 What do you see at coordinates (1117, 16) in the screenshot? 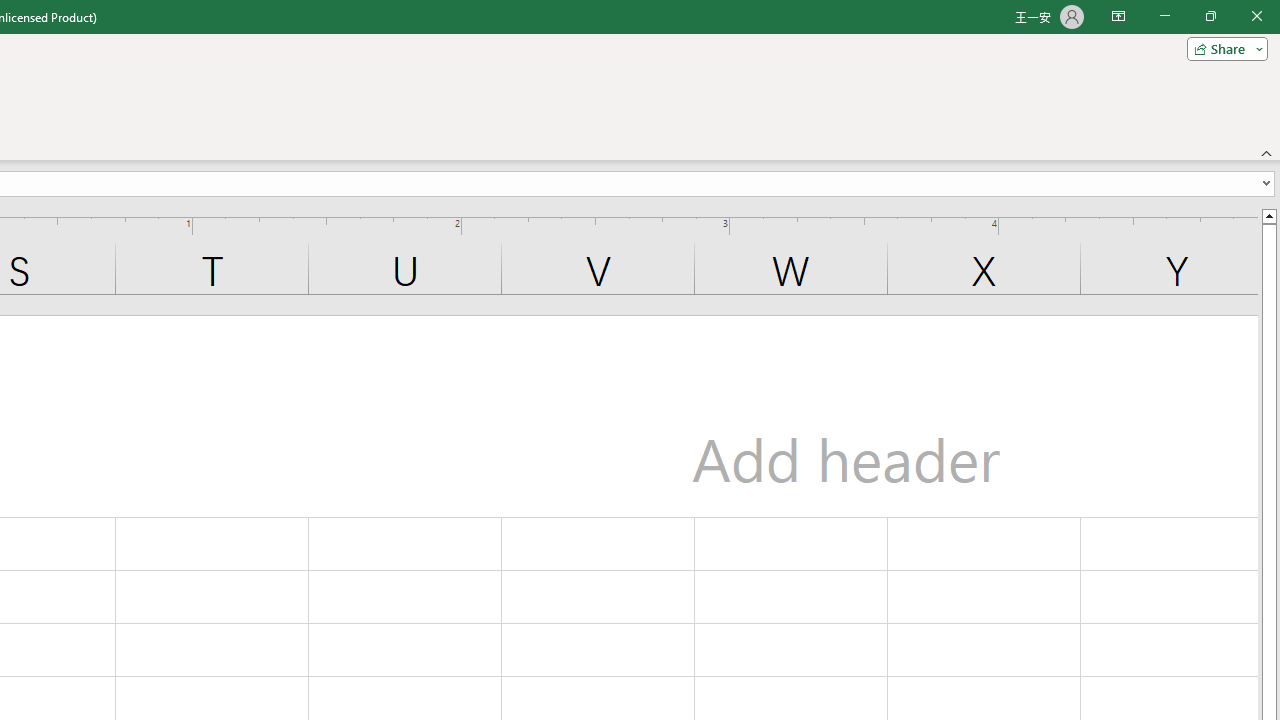
I see `'Ribbon Display Options'` at bounding box center [1117, 16].